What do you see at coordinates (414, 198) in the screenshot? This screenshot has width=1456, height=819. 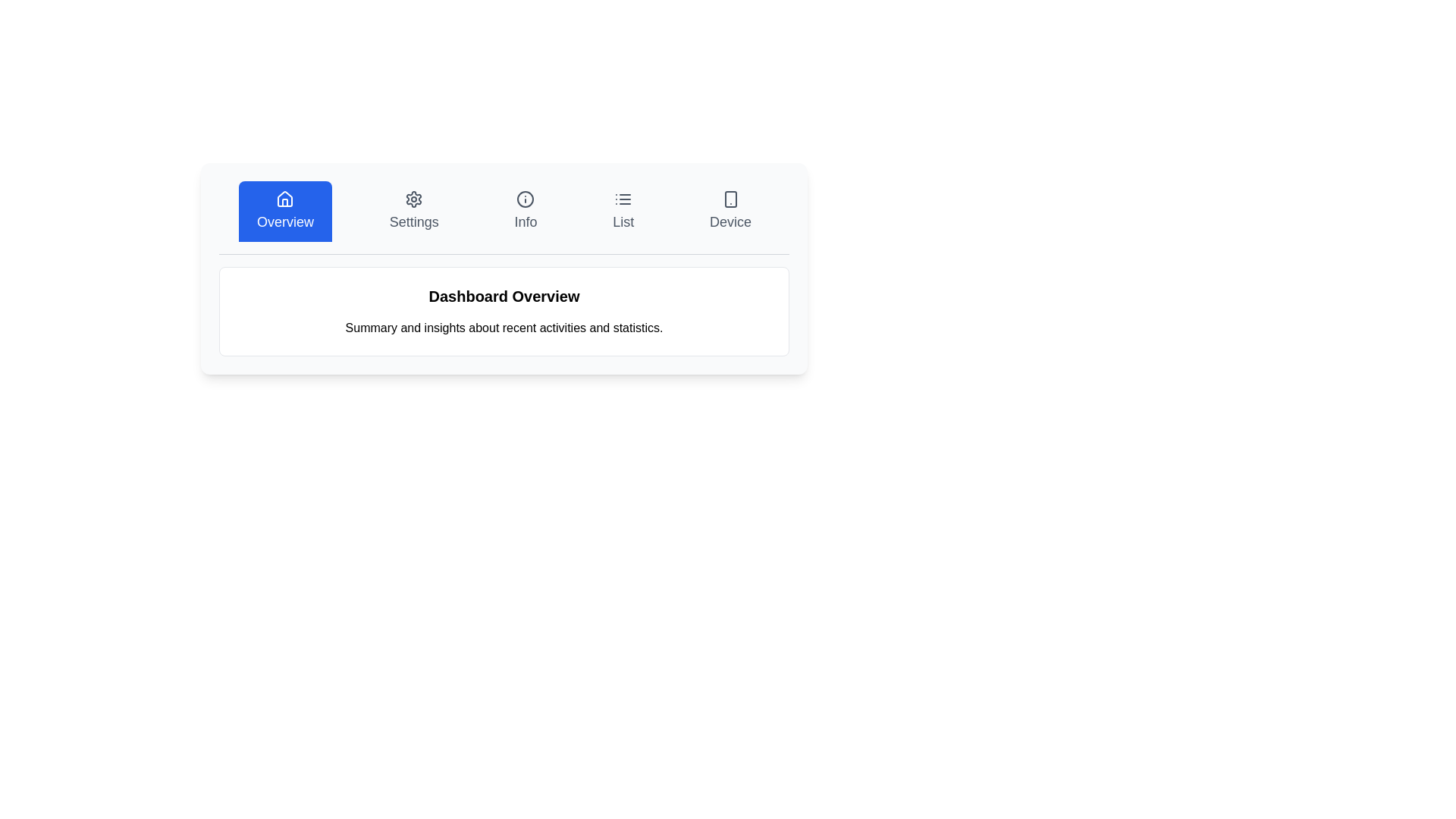 I see `the gear-shaped icon located within the settings button section of the navigation bar` at bounding box center [414, 198].